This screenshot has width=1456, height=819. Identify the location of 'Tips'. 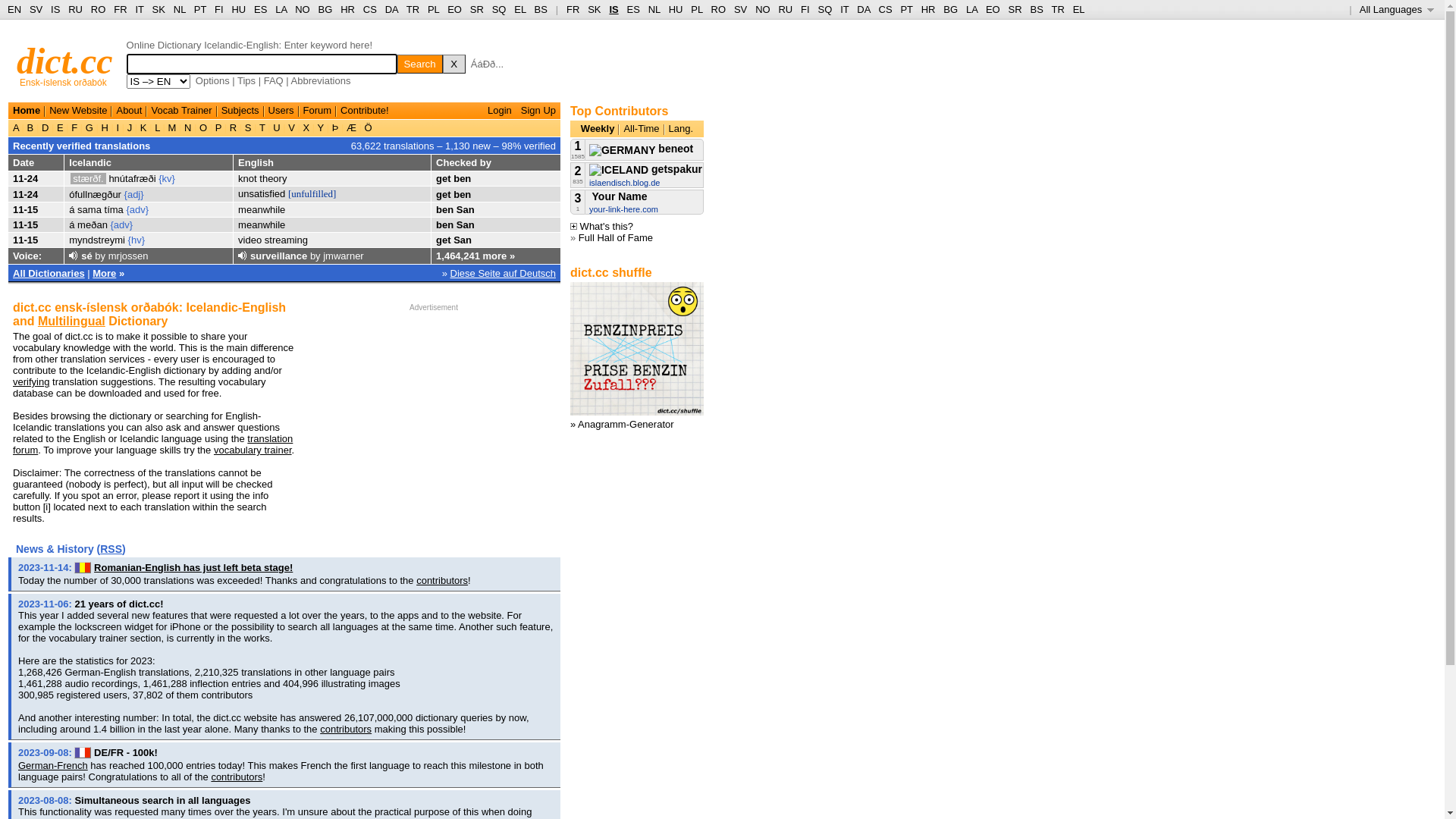
(236, 80).